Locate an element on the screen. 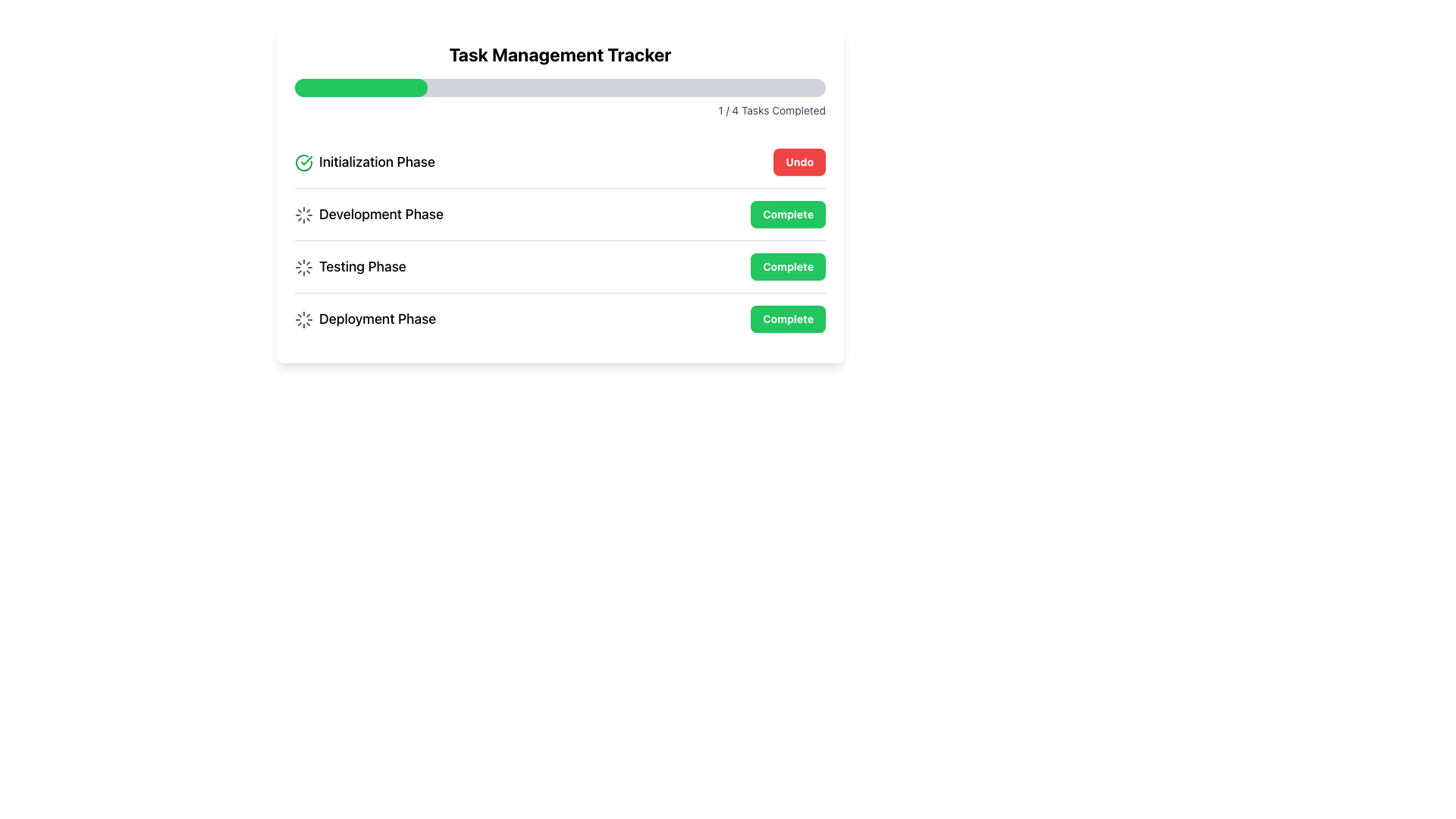 This screenshot has height=819, width=1456. the 'Deployment Phase' task status row is located at coordinates (560, 318).